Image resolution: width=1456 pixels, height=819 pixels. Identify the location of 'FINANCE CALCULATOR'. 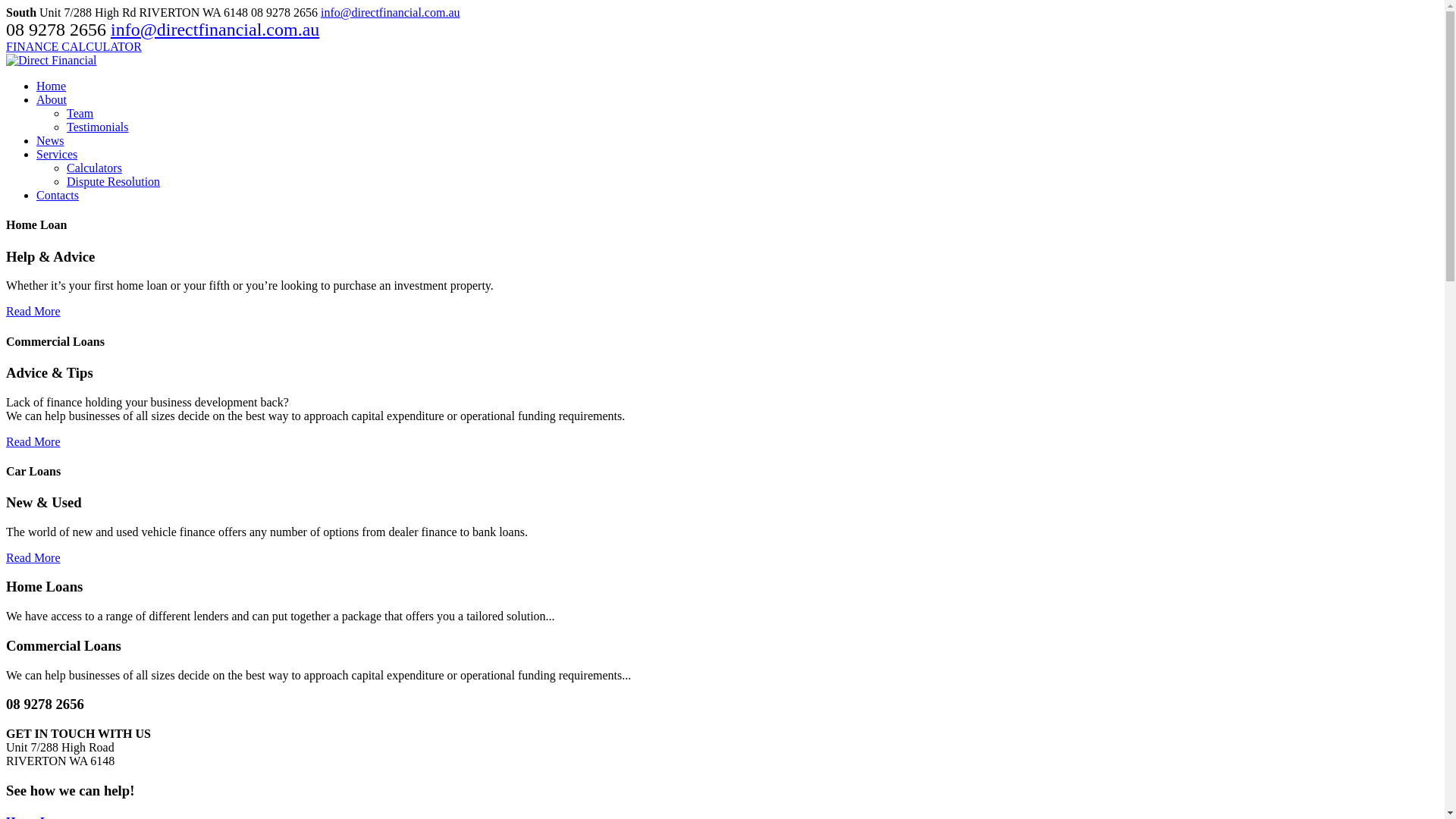
(73, 45).